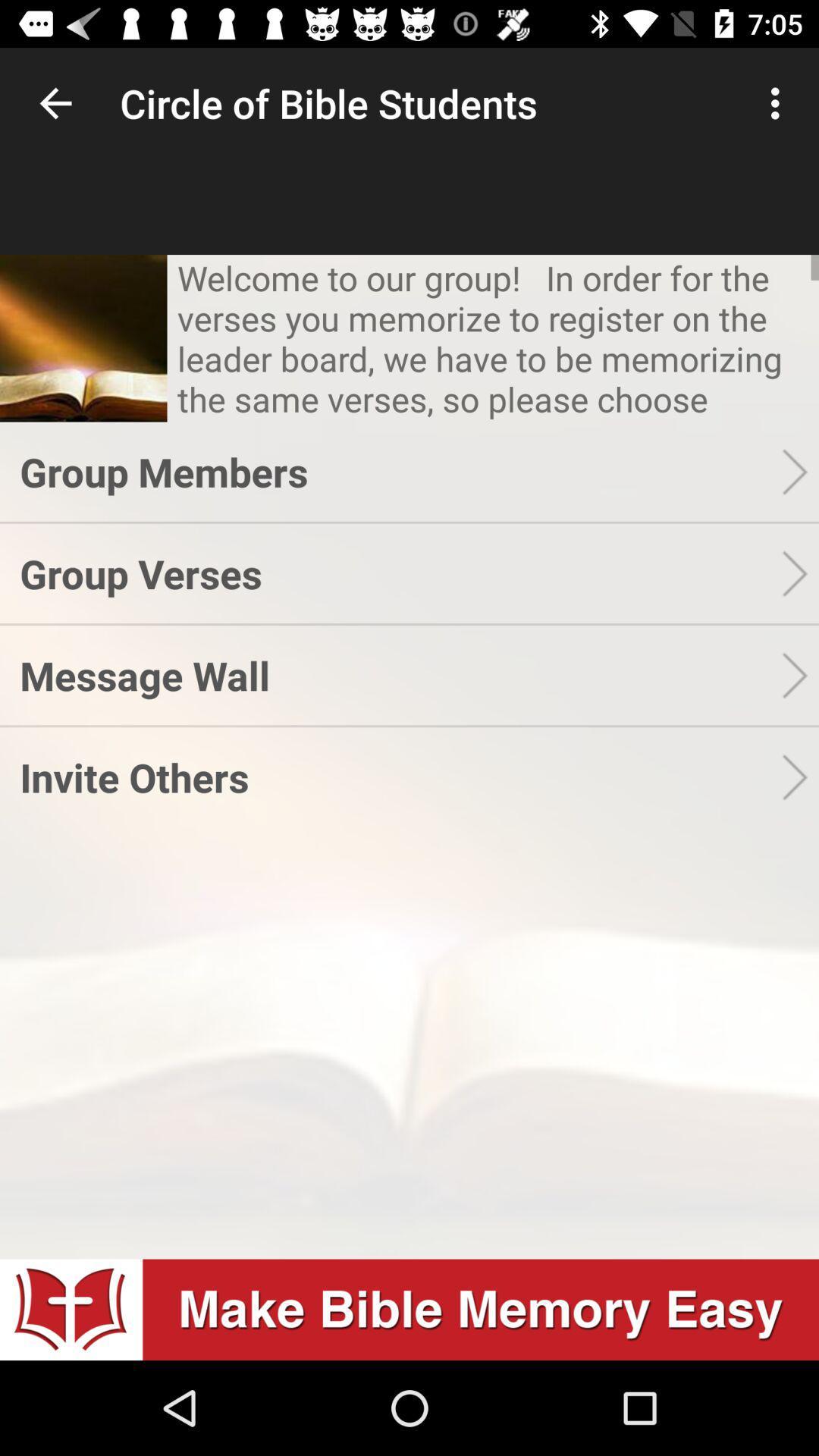  I want to click on app above group verses, so click(400, 471).